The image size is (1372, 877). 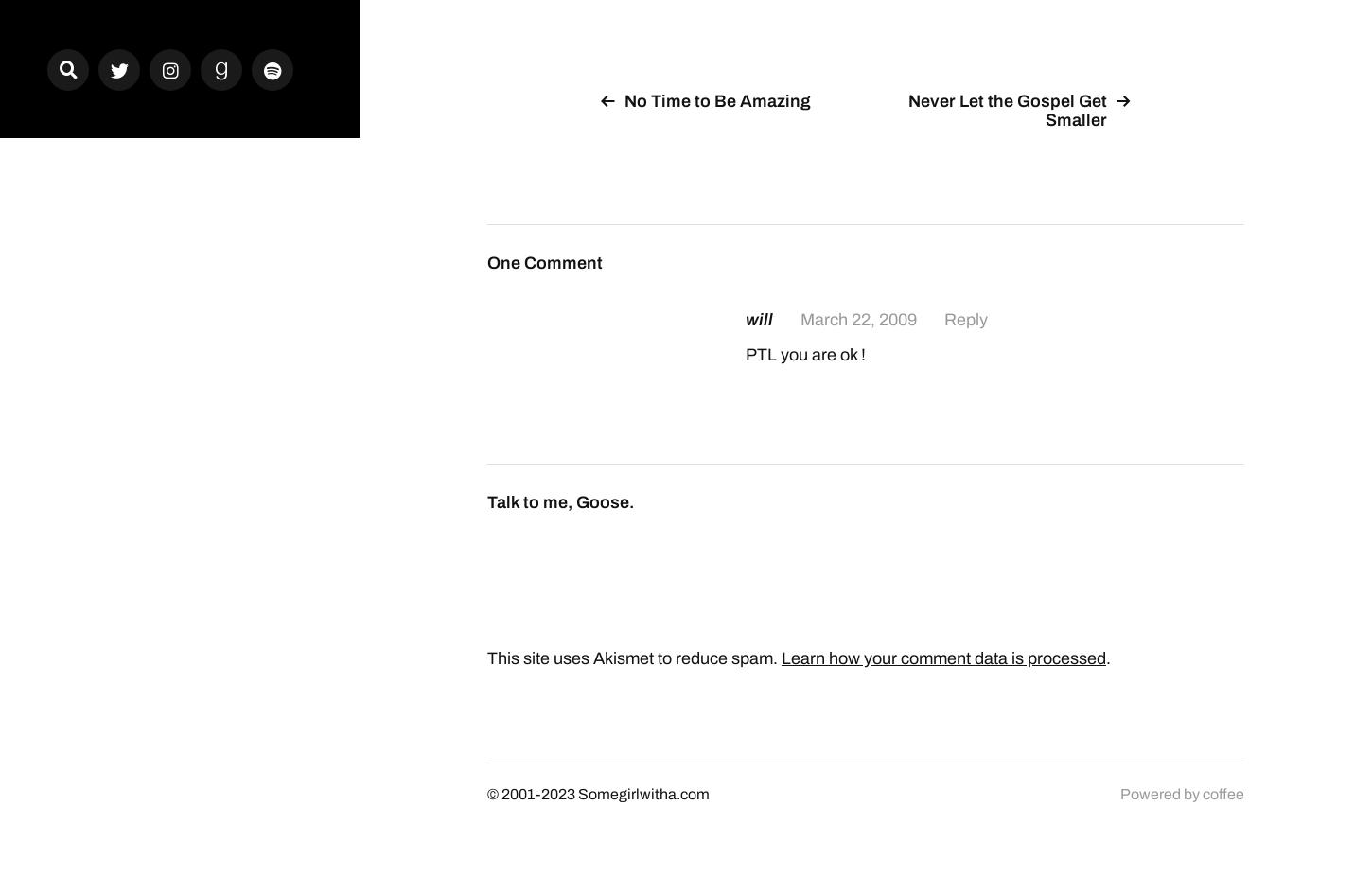 I want to click on 'PTL you are ok !', so click(x=804, y=353).